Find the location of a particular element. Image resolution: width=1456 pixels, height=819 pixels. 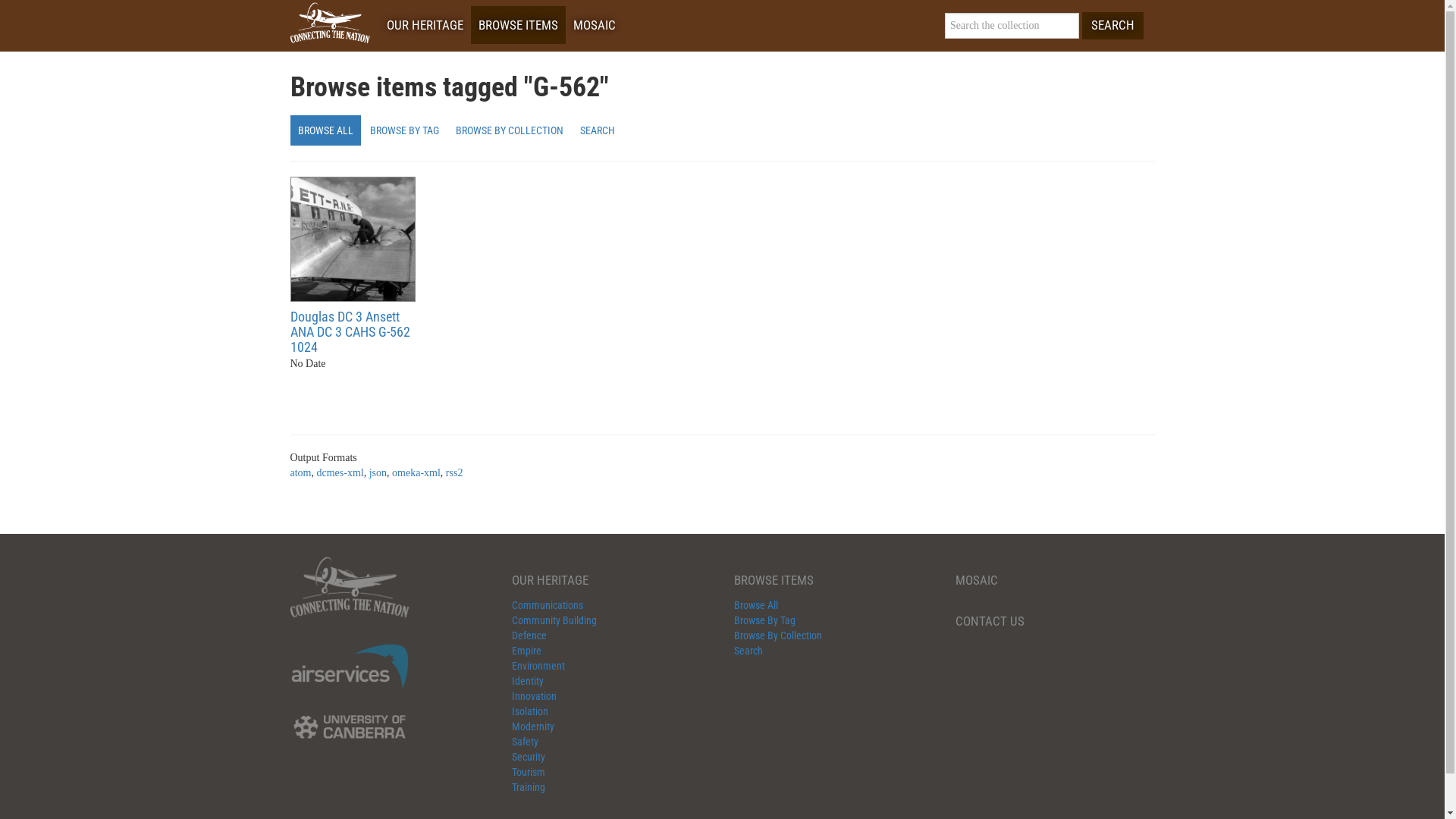

'json' is located at coordinates (378, 472).